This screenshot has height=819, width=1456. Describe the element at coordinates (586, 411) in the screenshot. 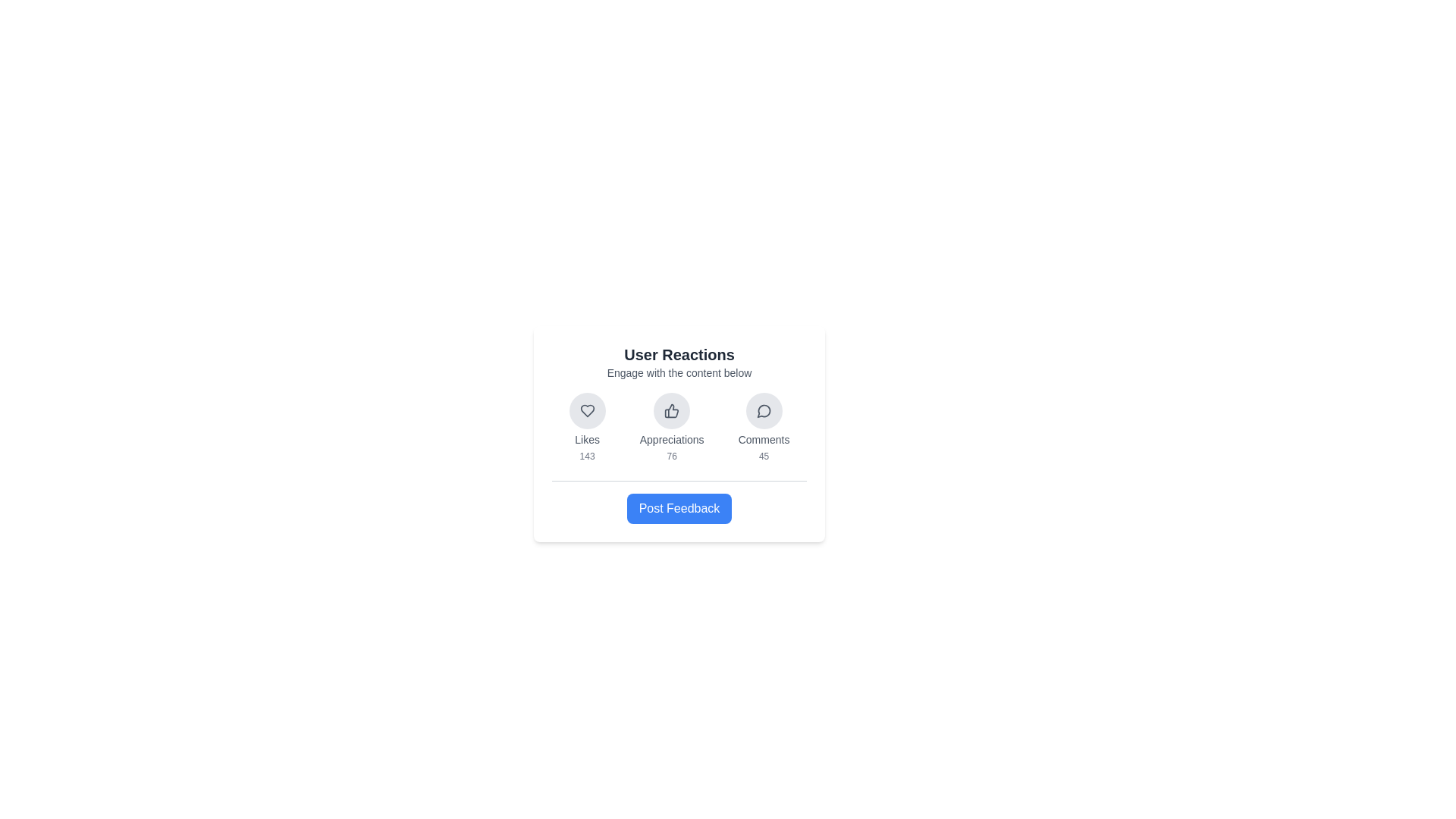

I see `the 'Likes' icon located on the leftmost side of the horizontal row of user reaction icons, directly below the 'Likes' label, as part of a larger feedback mechanism` at that location.